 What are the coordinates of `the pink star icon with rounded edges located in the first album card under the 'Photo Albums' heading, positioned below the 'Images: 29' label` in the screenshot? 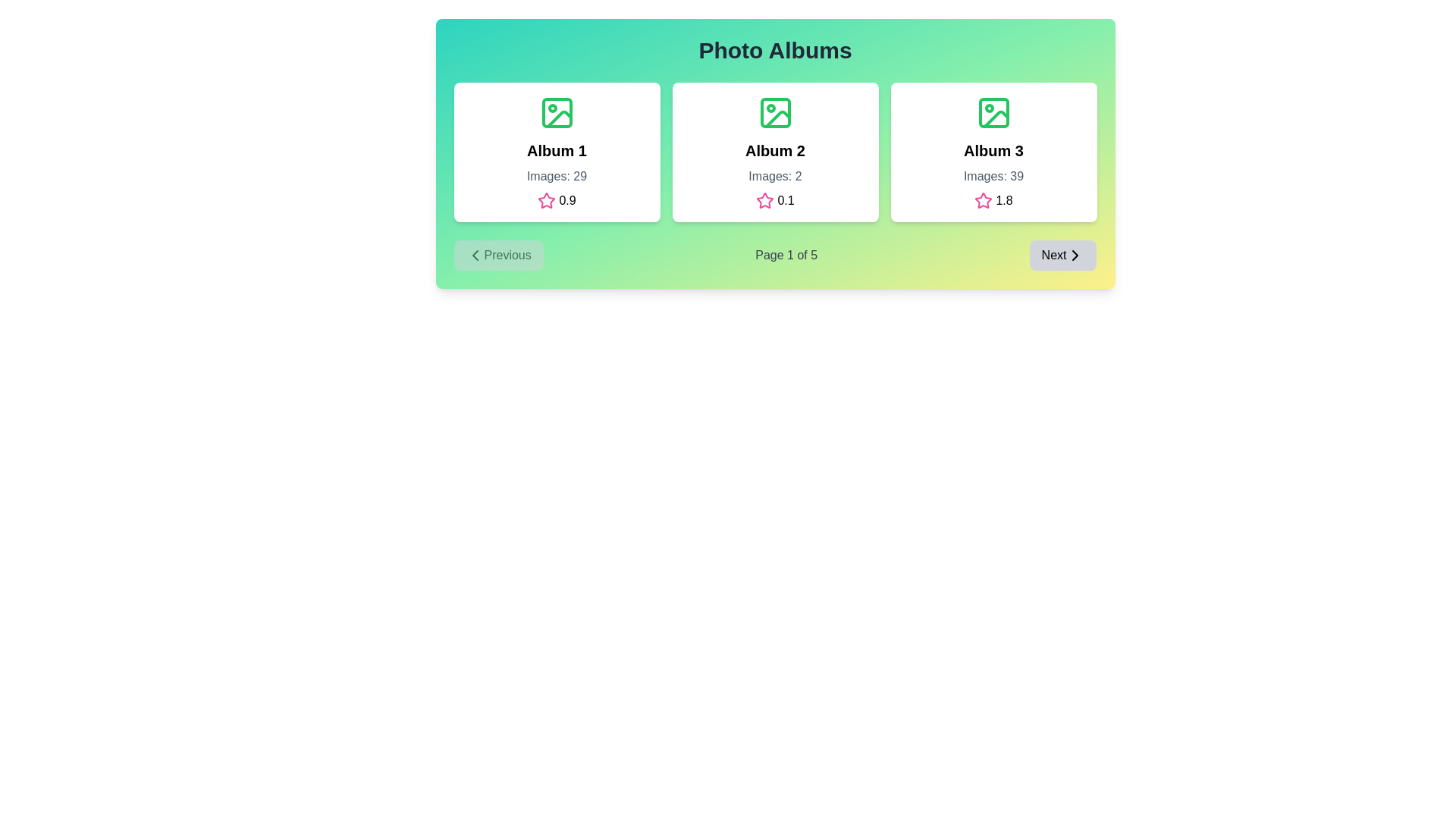 It's located at (546, 200).